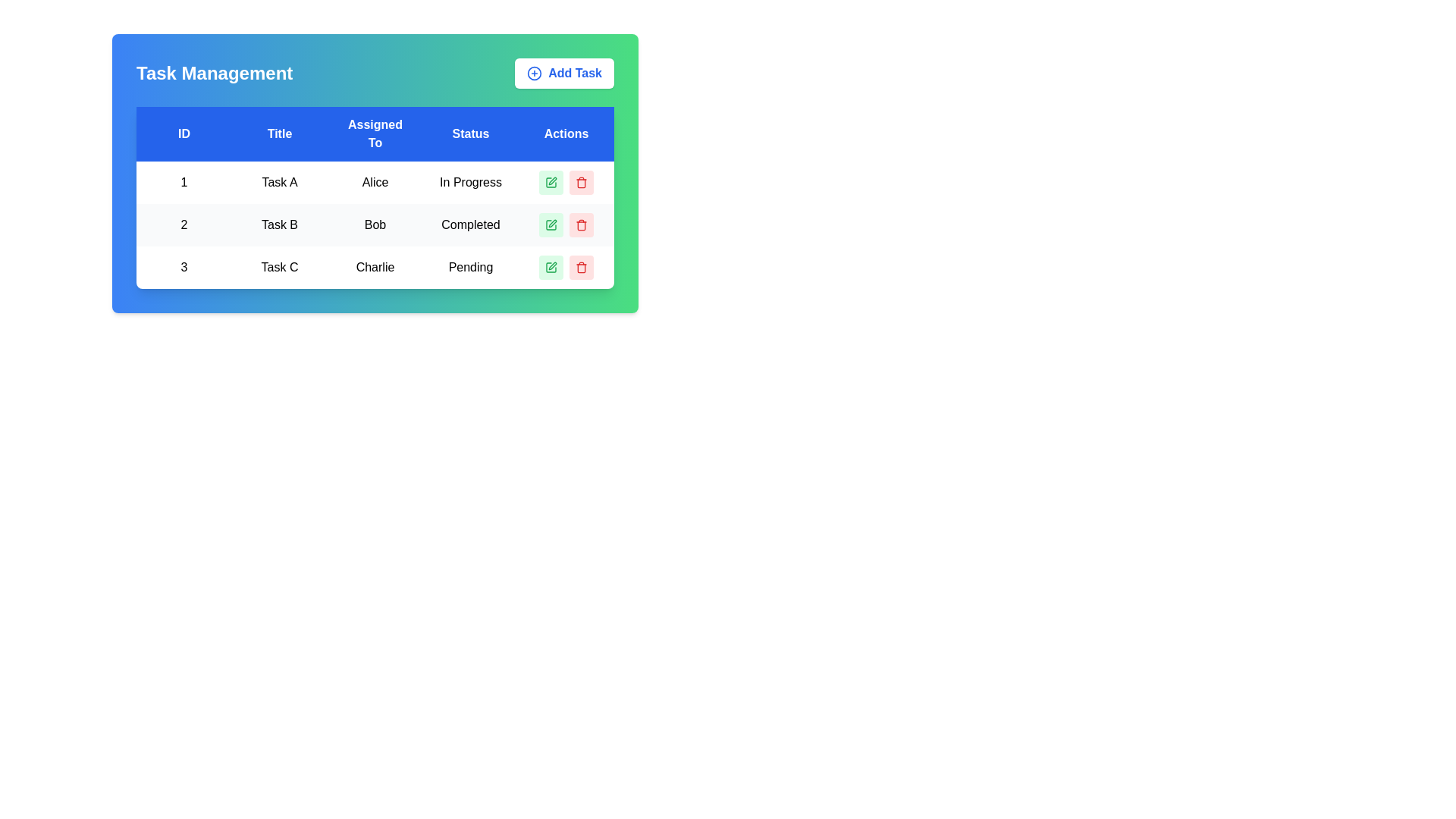 The height and width of the screenshot is (819, 1456). Describe the element at coordinates (469, 181) in the screenshot. I see `the text label displaying 'In Progress' in the 'Status' column of the status table for 'Task A' assigned to 'Alice'` at that location.